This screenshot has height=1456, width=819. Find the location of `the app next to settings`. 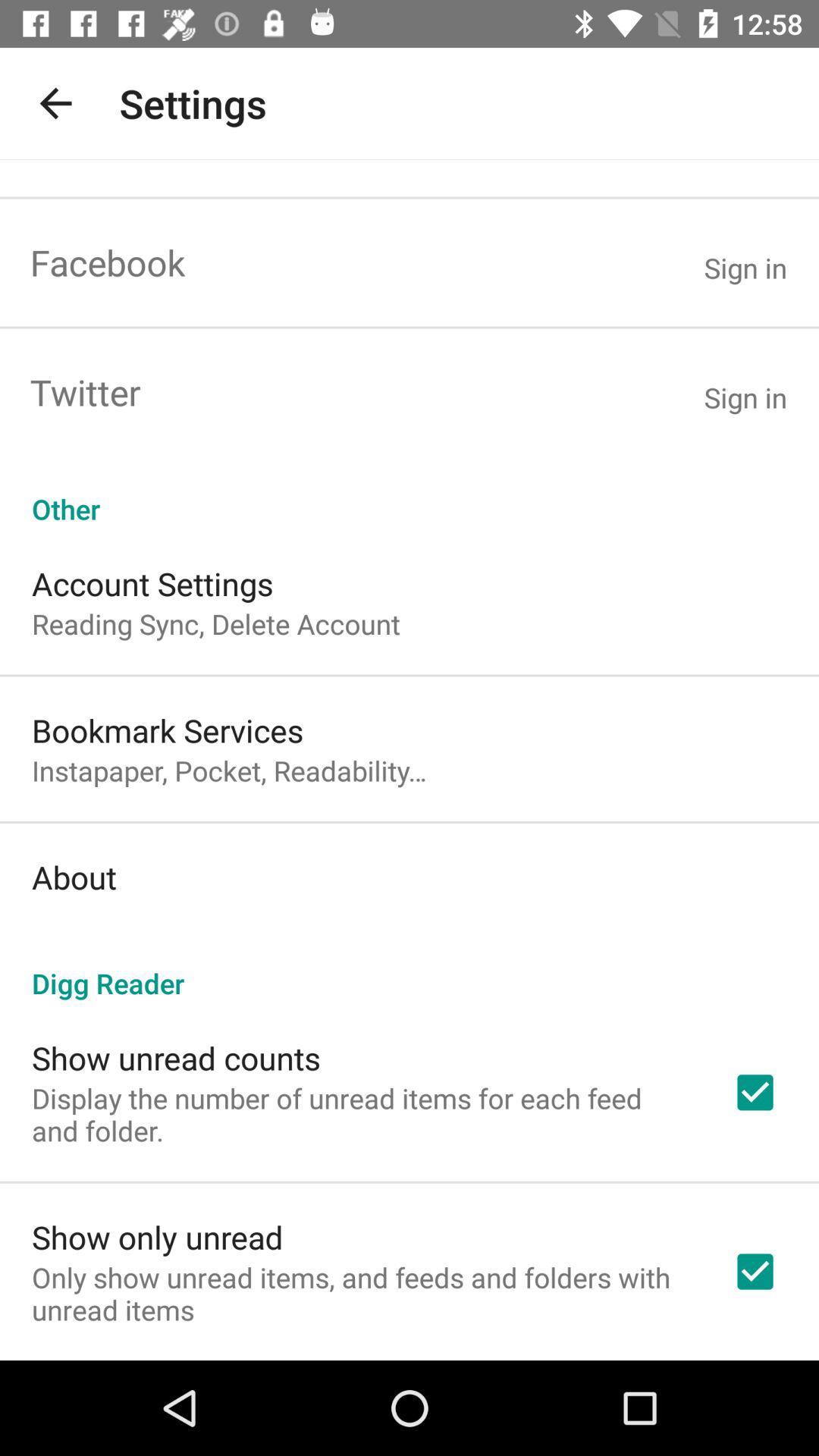

the app next to settings is located at coordinates (55, 102).